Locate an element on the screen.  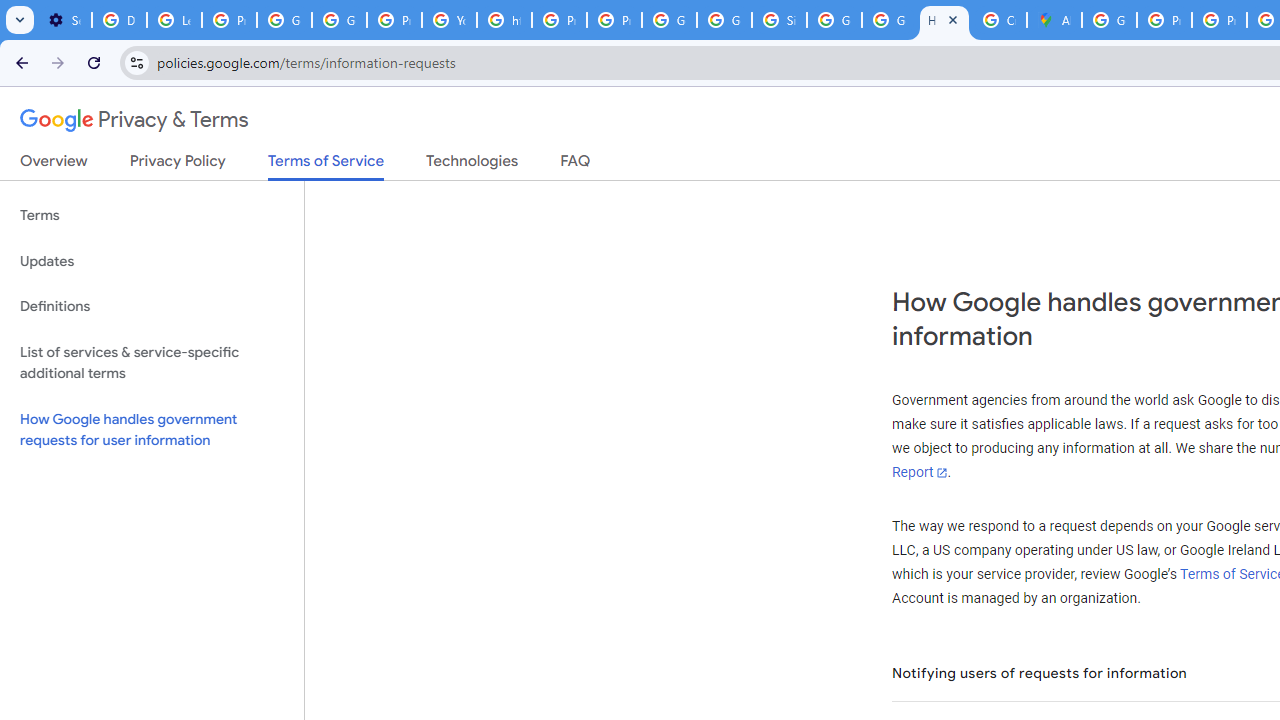
'Updates' is located at coordinates (151, 260).